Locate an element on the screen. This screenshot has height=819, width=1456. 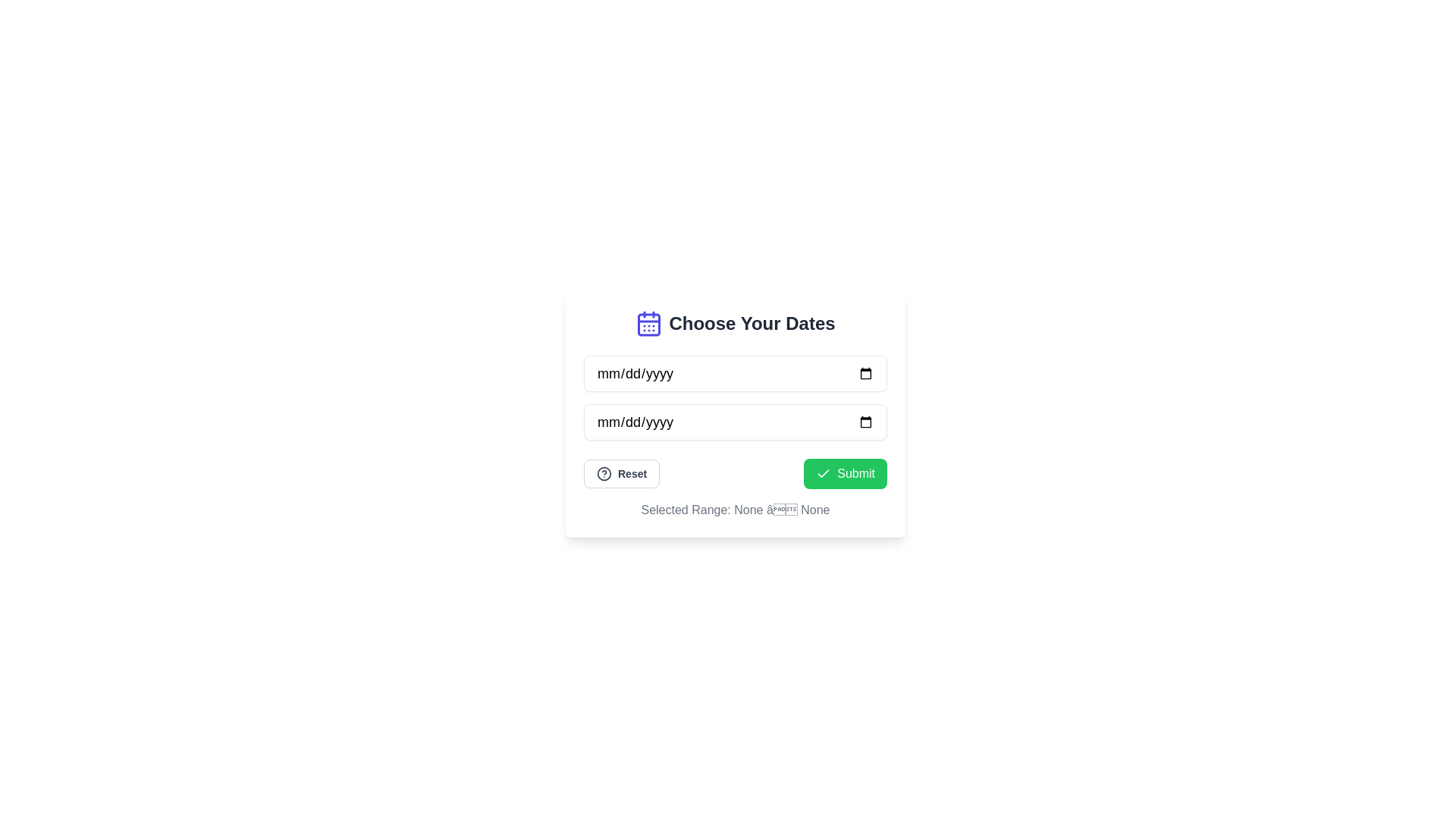
the visual indicator icon to the left of the 'Submit' button, which confirms the action represented by the button is located at coordinates (823, 472).